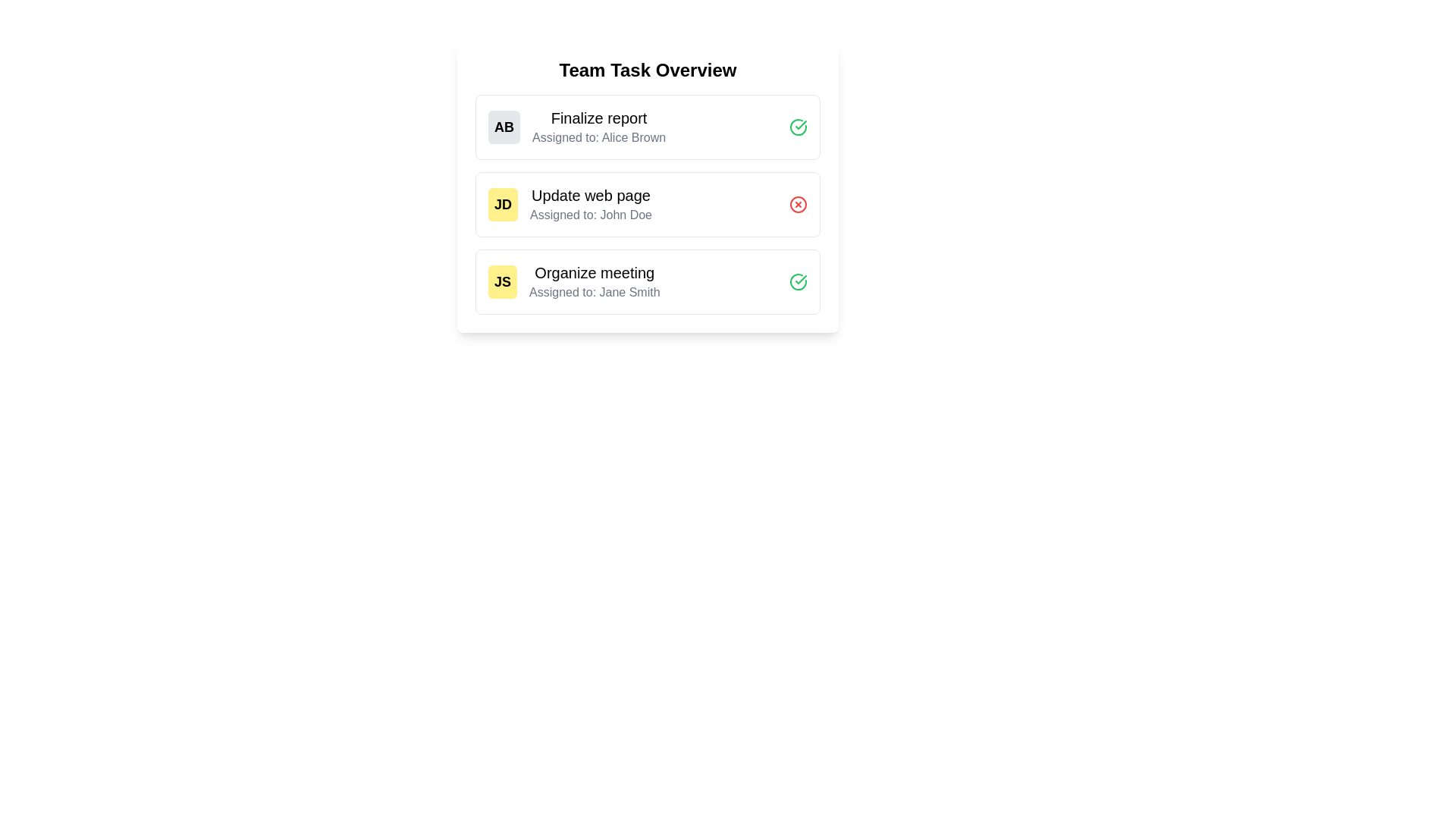 The height and width of the screenshot is (819, 1456). What do you see at coordinates (648, 70) in the screenshot?
I see `text heading 'Team Task Overview' which is displayed in a bold, large font at the top center of the card layout` at bounding box center [648, 70].